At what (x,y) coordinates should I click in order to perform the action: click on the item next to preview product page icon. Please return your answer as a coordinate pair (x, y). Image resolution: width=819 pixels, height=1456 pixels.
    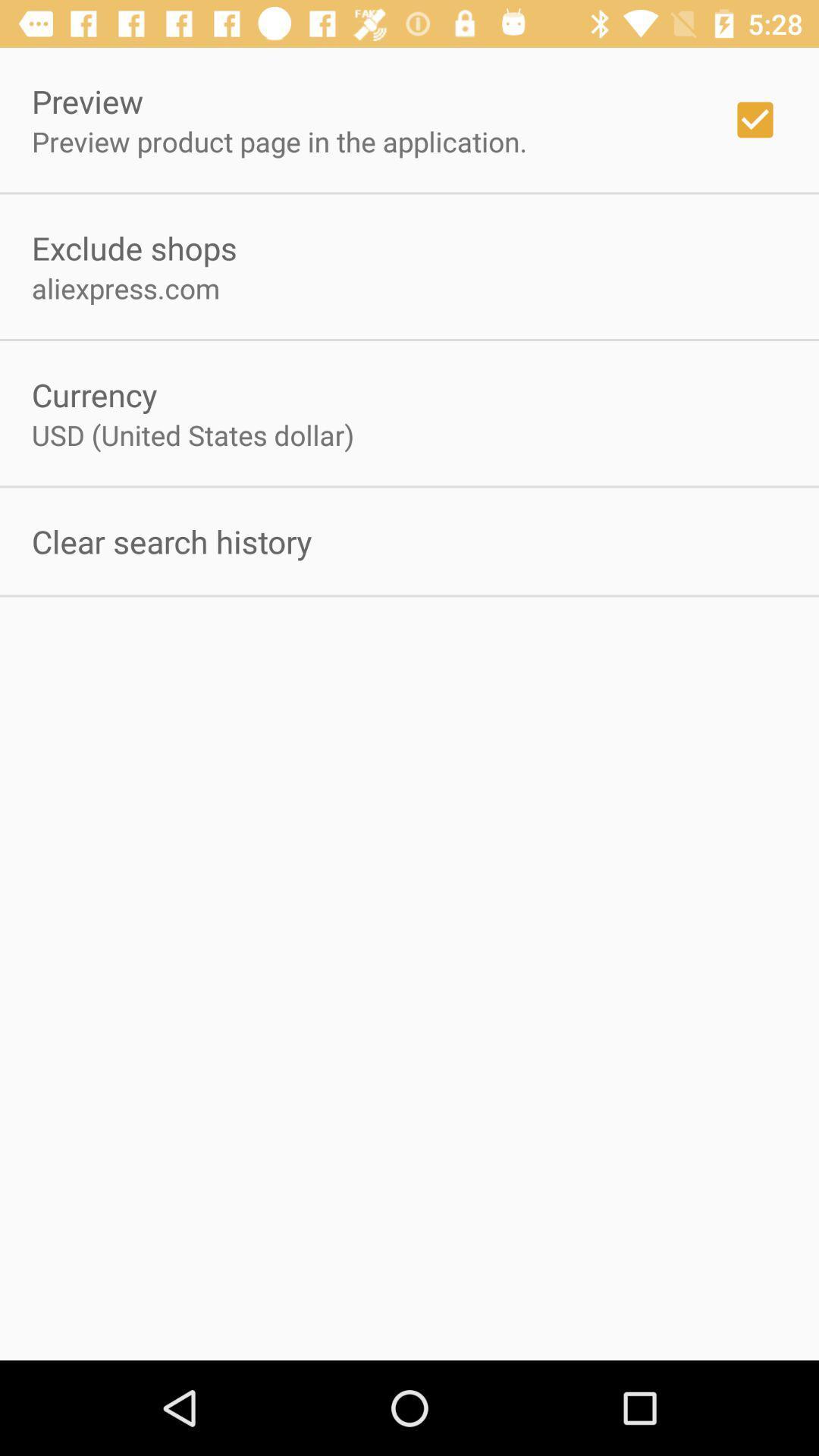
    Looking at the image, I should click on (755, 119).